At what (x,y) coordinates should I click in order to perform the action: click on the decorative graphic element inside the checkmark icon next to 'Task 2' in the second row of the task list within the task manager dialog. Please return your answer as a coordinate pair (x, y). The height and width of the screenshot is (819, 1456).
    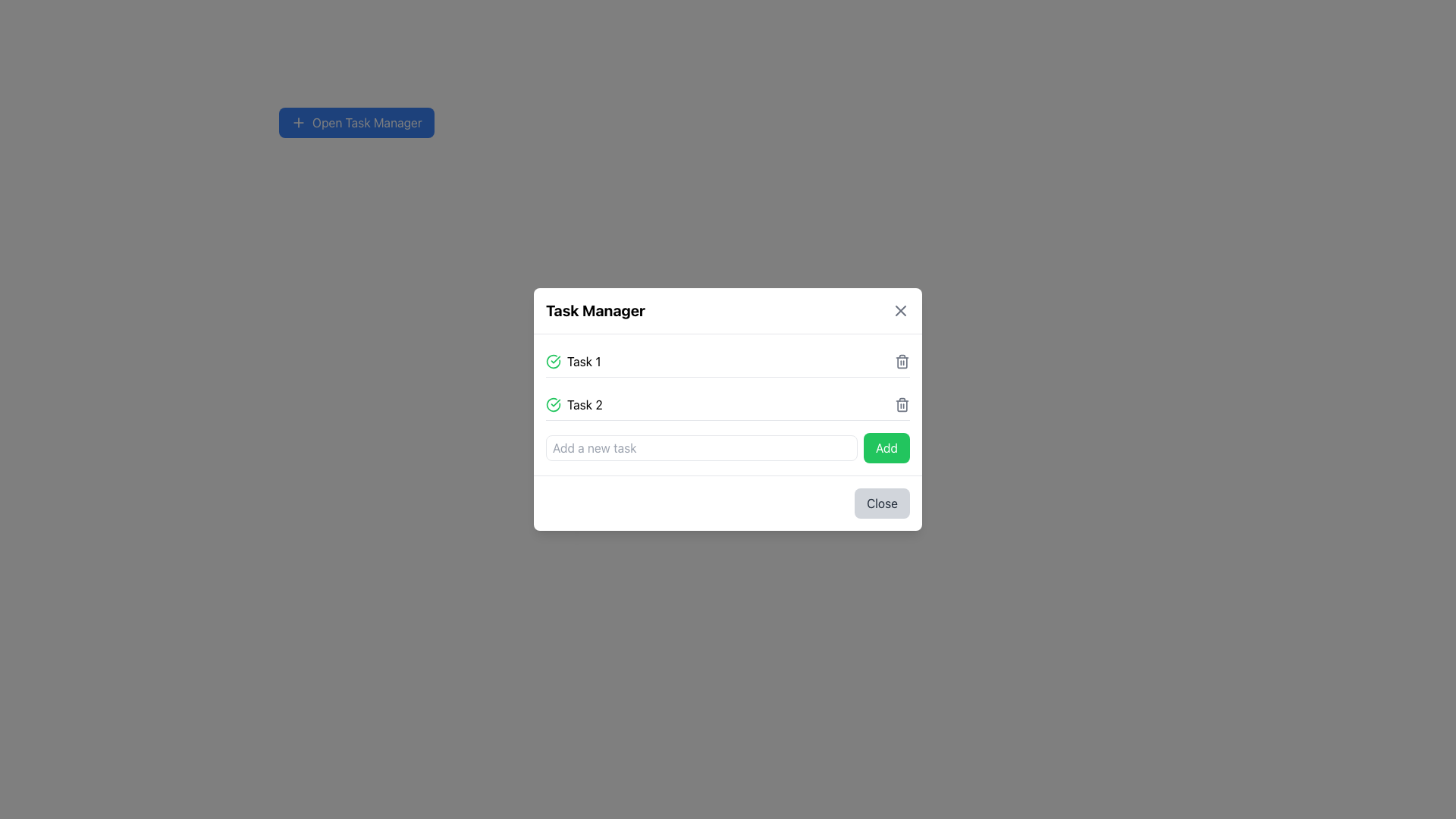
    Looking at the image, I should click on (552, 362).